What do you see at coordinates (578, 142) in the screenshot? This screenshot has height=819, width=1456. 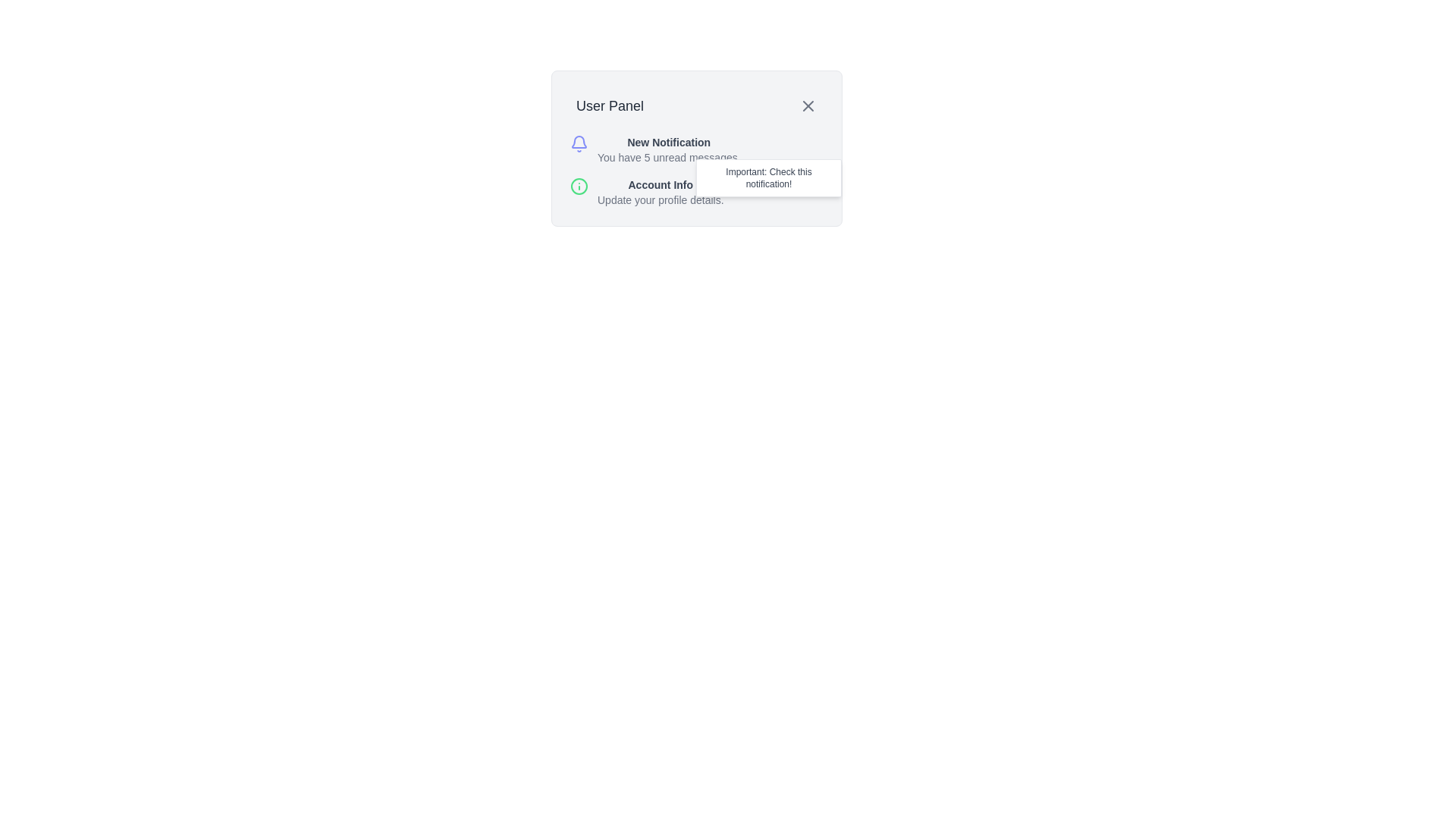 I see `the notification bell icon located at the top-right corner of the notification panel, which visually represents the notifications feature` at bounding box center [578, 142].